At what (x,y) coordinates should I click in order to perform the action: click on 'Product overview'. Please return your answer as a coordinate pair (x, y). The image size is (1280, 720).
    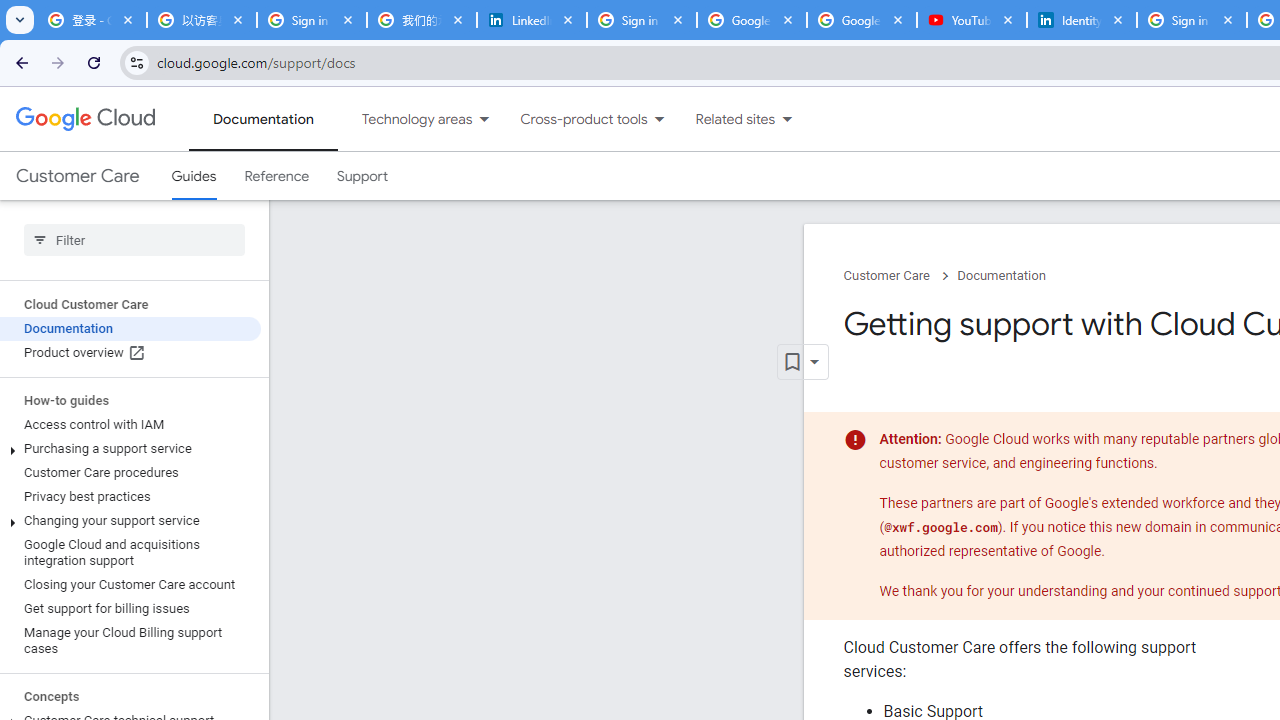
    Looking at the image, I should click on (129, 352).